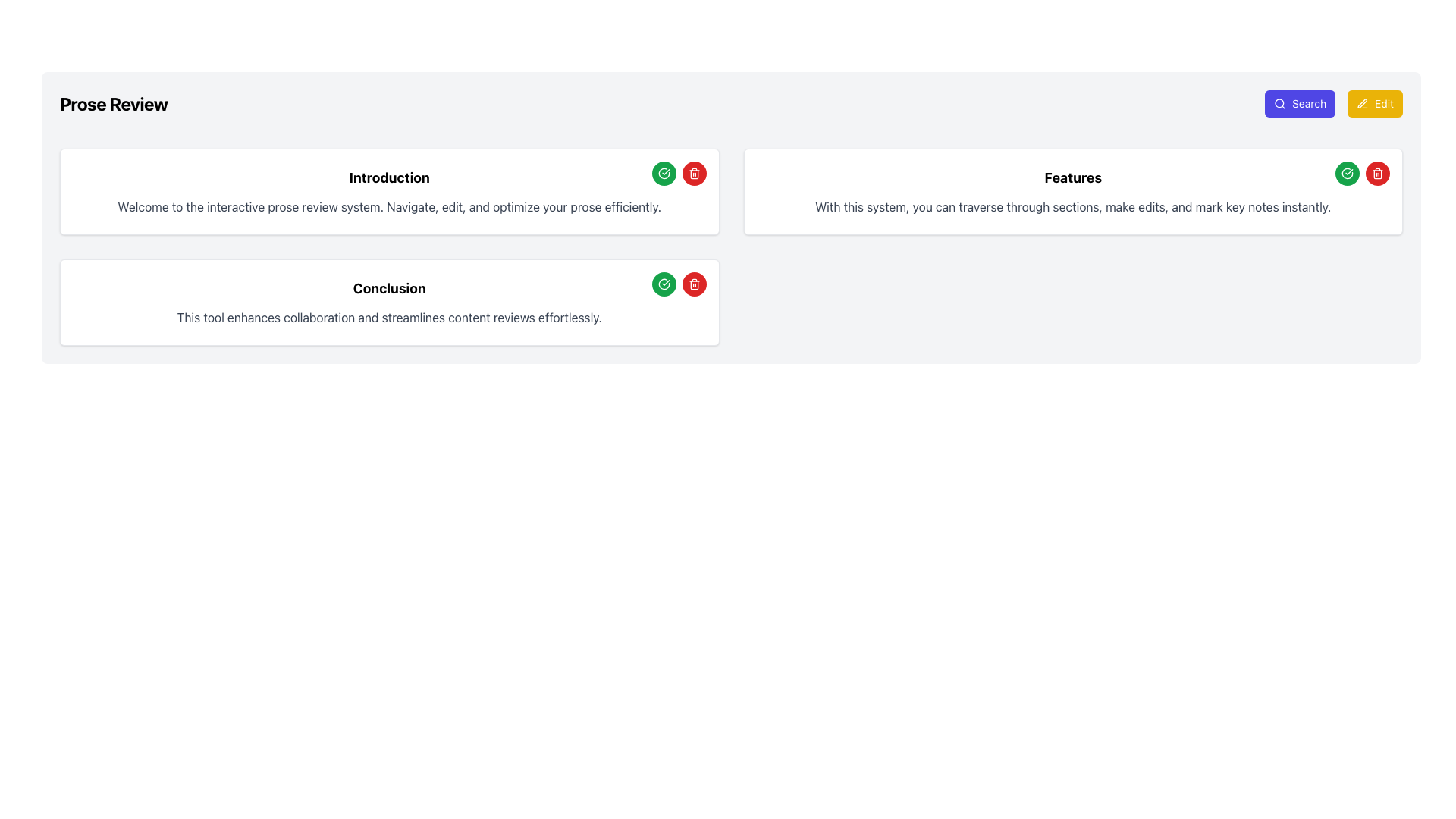  I want to click on the circular icon button featuring a green surface and a white checkmark symbol using keyboard navigation, so click(664, 172).